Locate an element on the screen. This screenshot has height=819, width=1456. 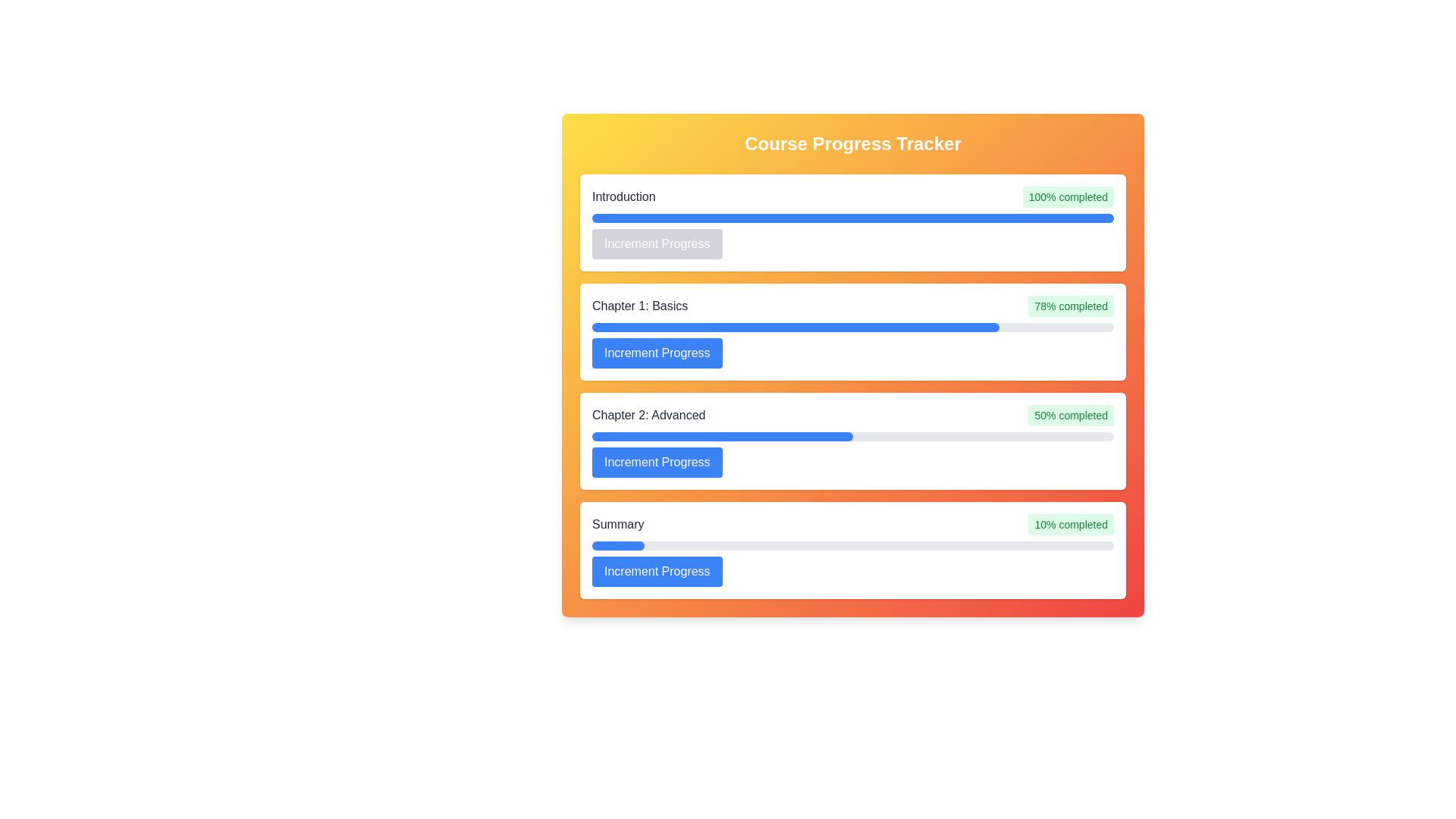
the blue portion of the progress bar under the 'Summary' section, which indicates progress visually but does not allow for direct user interaction is located at coordinates (618, 546).